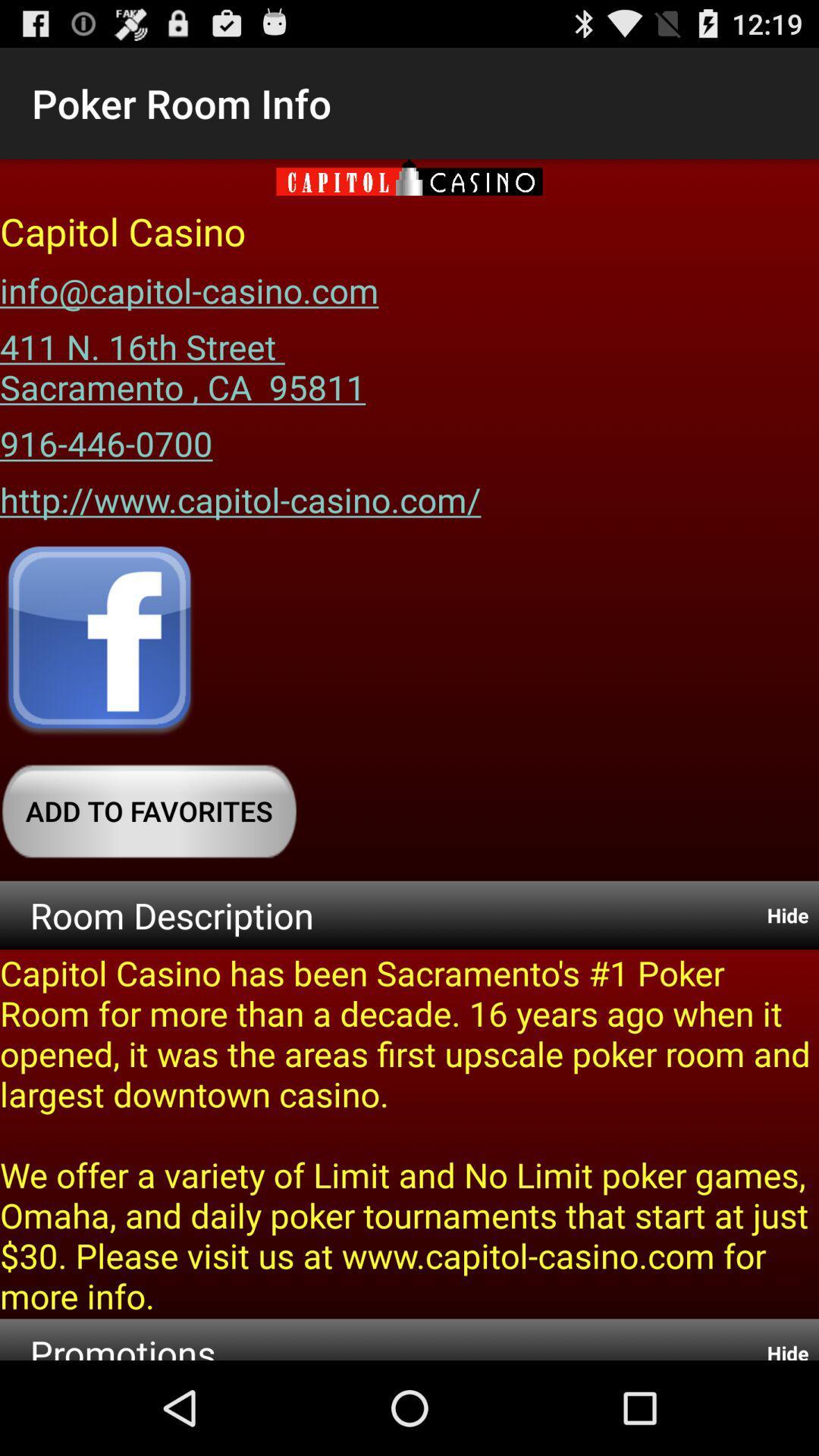  Describe the element at coordinates (182, 360) in the screenshot. I see `icon below info capitol casino icon` at that location.